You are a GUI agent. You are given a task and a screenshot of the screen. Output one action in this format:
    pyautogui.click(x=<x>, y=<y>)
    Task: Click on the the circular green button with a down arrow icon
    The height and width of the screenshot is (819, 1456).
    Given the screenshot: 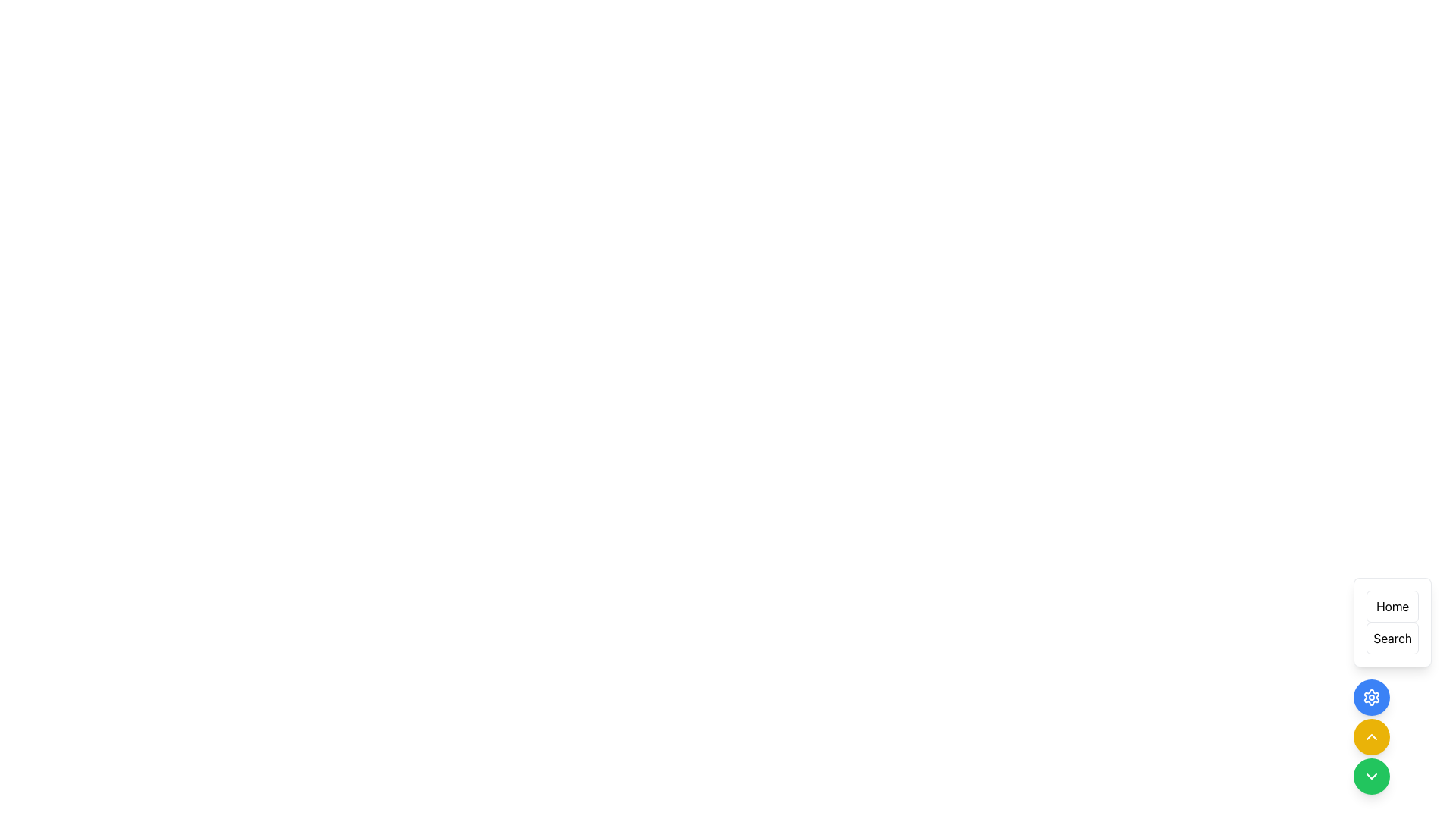 What is the action you would take?
    pyautogui.click(x=1372, y=776)
    